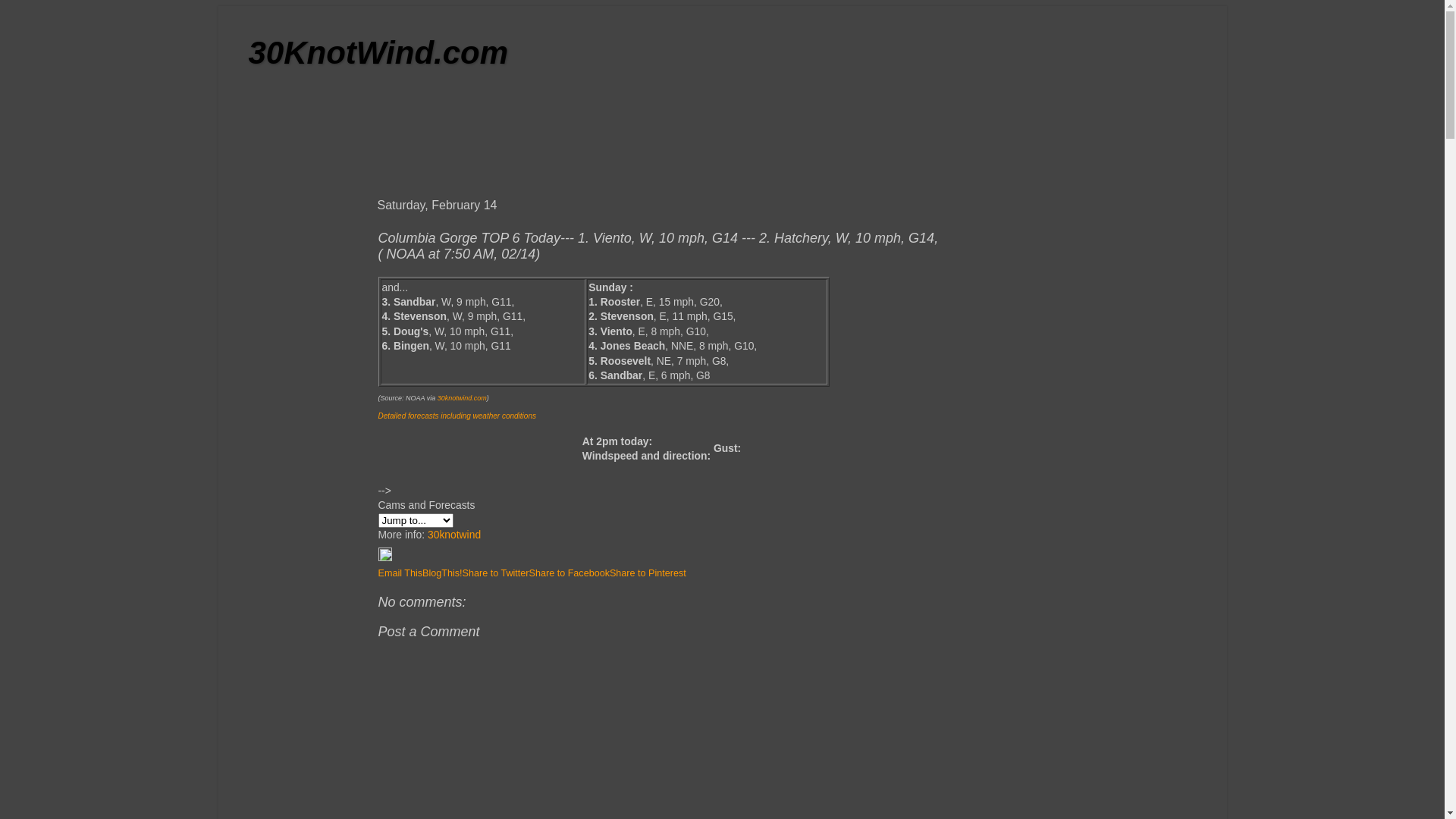 The width and height of the screenshot is (1456, 819). Describe the element at coordinates (453, 534) in the screenshot. I see `'30knotwind'` at that location.